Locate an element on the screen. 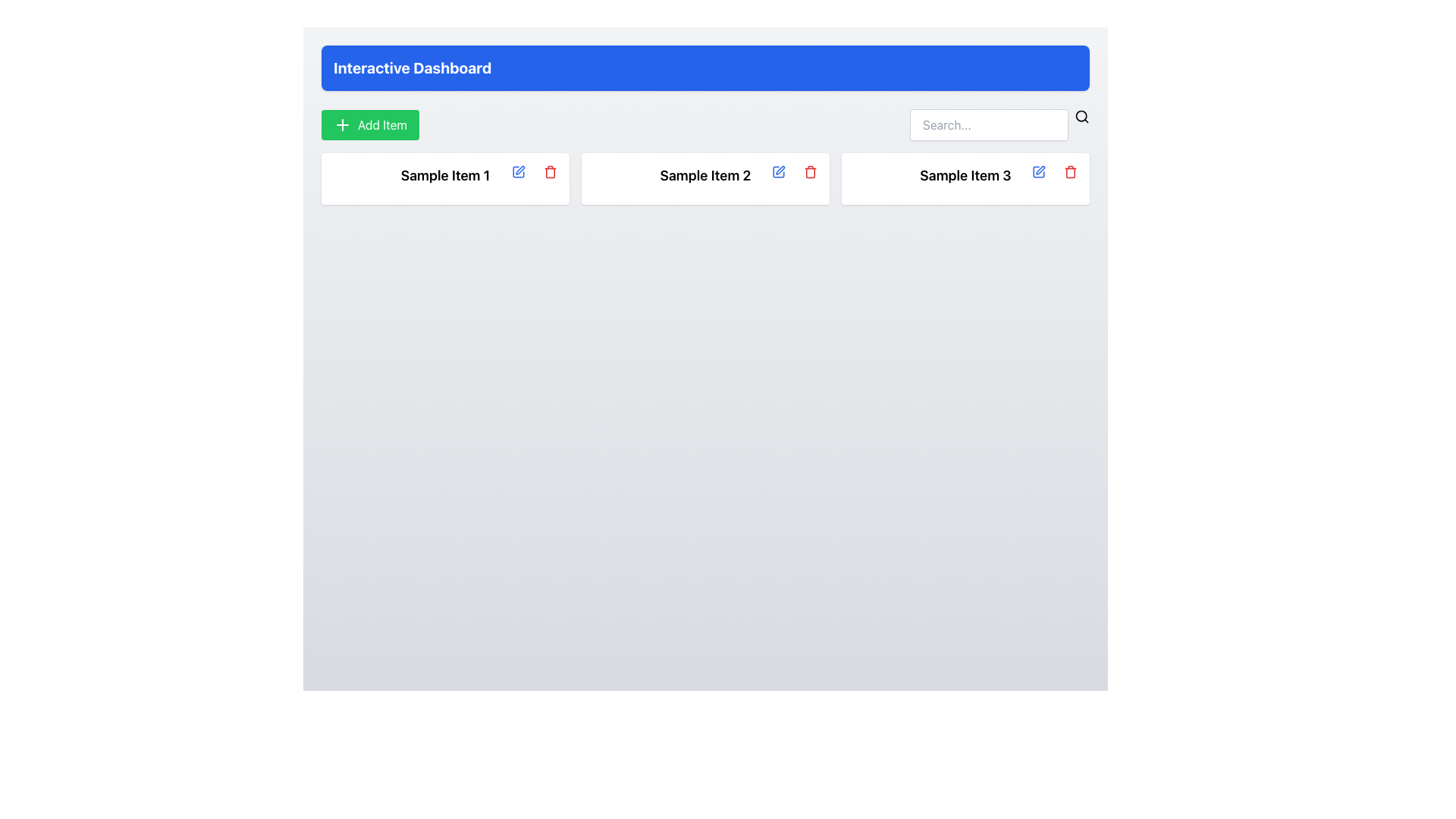 Image resolution: width=1456 pixels, height=819 pixels. the blue pen icon button associated with 'Sample Item 3' is located at coordinates (1037, 171).